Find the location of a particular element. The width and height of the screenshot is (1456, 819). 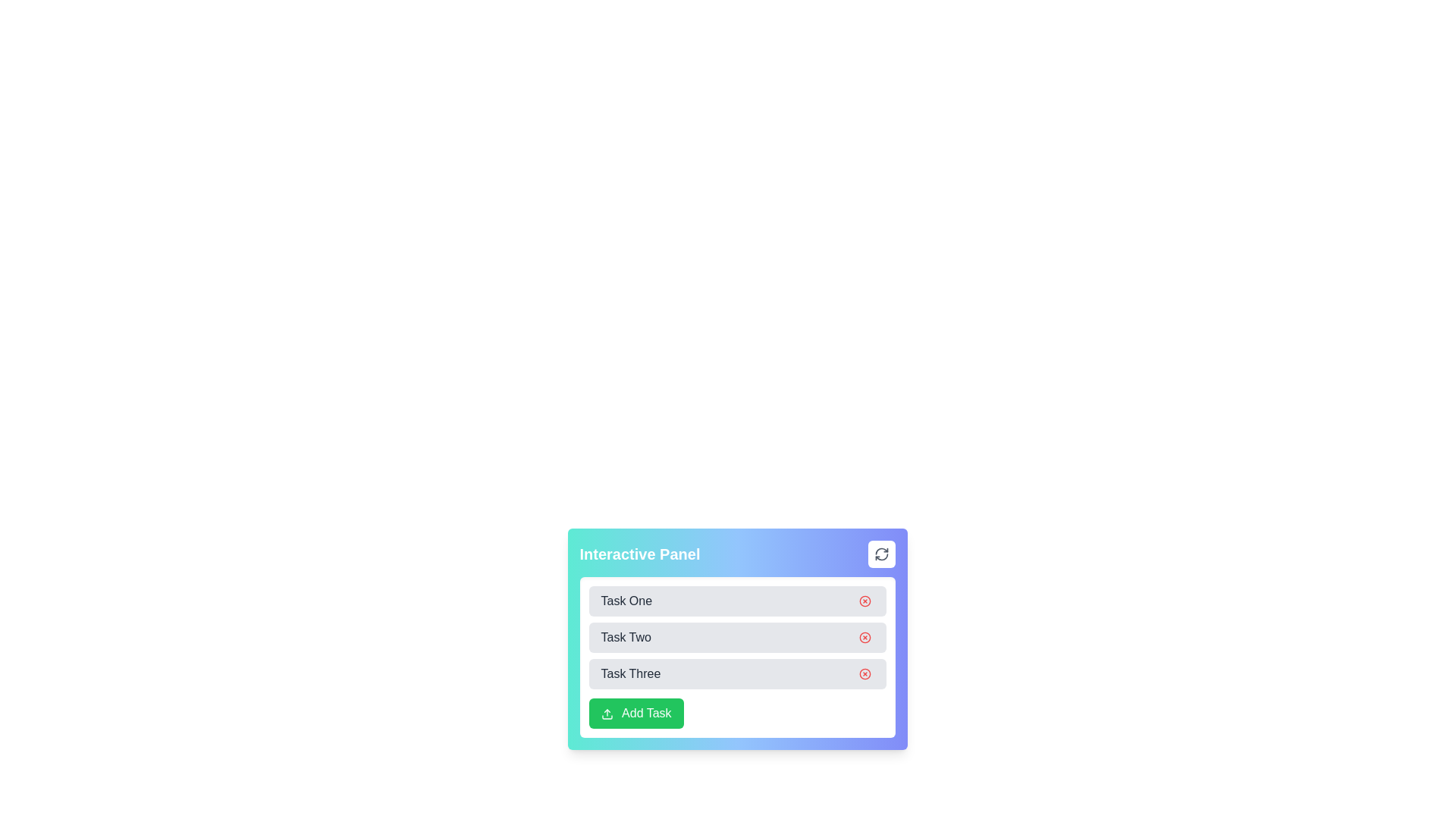

the SVG circle in the 'Task Two' row of the interactive panel is located at coordinates (864, 637).